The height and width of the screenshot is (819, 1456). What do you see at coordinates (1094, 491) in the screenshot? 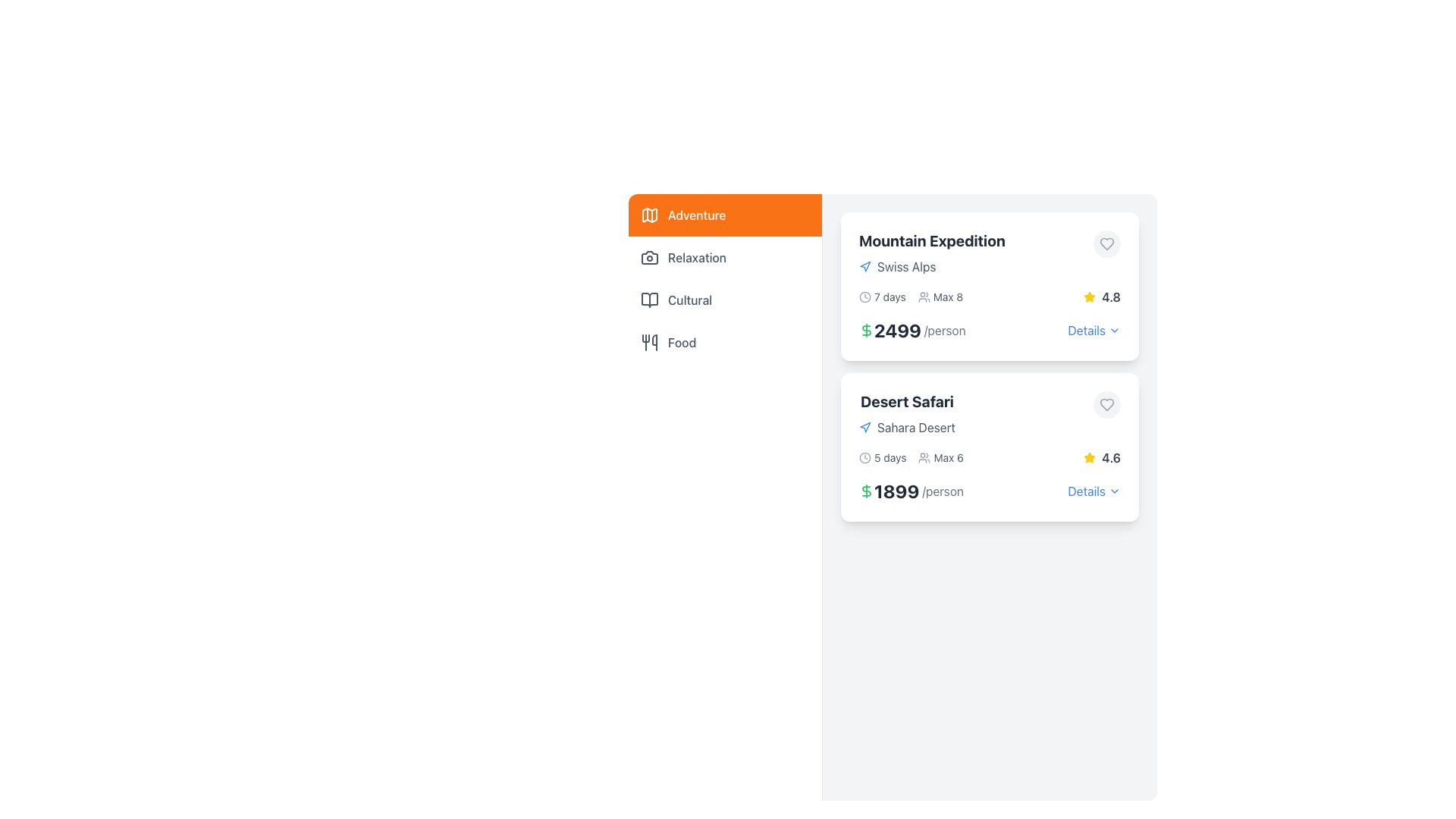
I see `the Text Button with Icon located at the bottom-right of the 'Desert Safari' card, which displays the price '$1899 /person' and is aligned with the rating of 4.6` at bounding box center [1094, 491].